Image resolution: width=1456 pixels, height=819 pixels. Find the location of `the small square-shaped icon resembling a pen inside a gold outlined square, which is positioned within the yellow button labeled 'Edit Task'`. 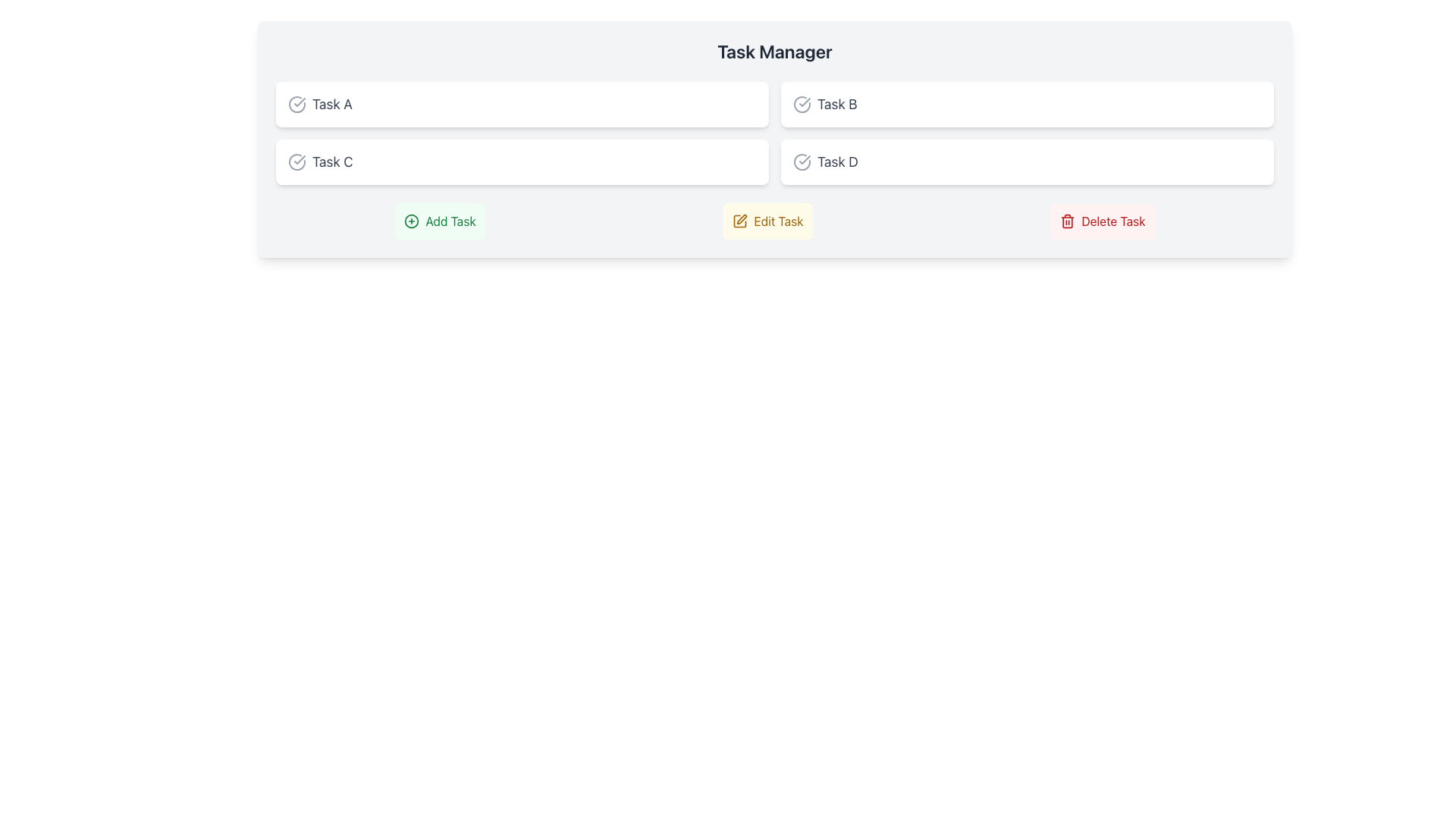

the small square-shaped icon resembling a pen inside a gold outlined square, which is positioned within the yellow button labeled 'Edit Task' is located at coordinates (740, 221).